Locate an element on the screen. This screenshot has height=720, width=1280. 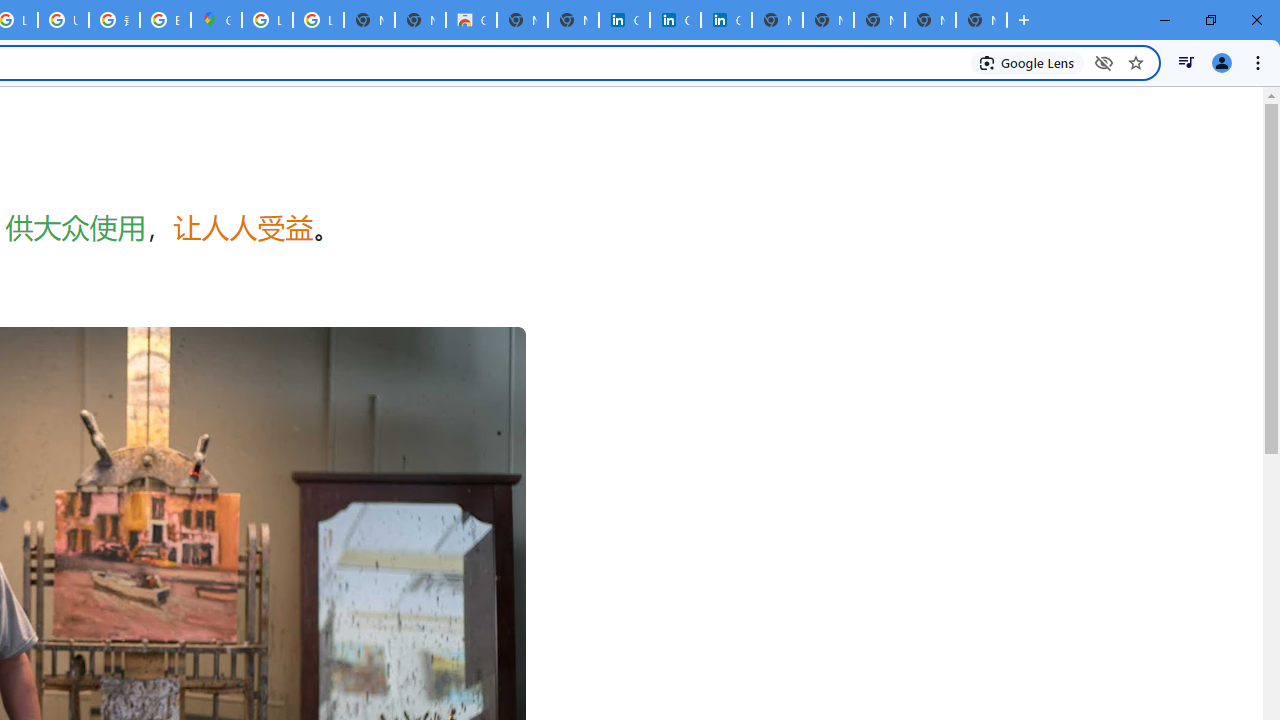
'Control your music, videos, and more' is located at coordinates (1185, 61).